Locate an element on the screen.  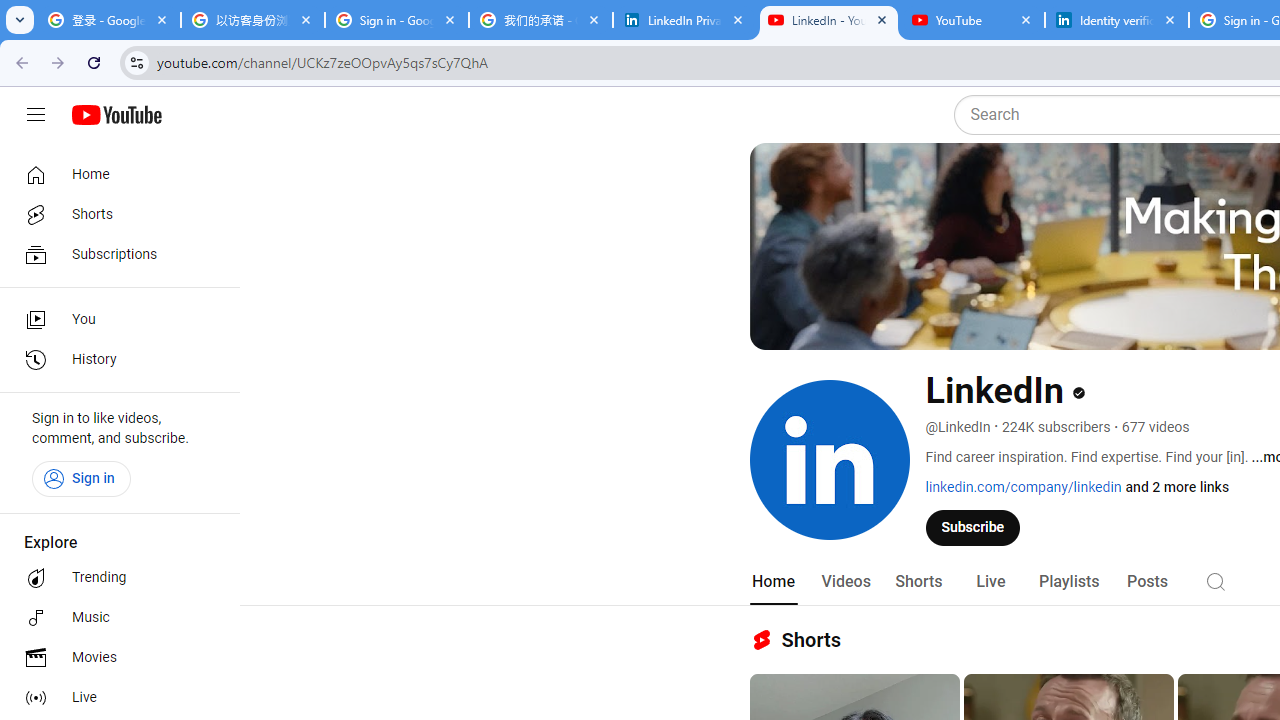
'LinkedIn - YouTube' is located at coordinates (828, 20).